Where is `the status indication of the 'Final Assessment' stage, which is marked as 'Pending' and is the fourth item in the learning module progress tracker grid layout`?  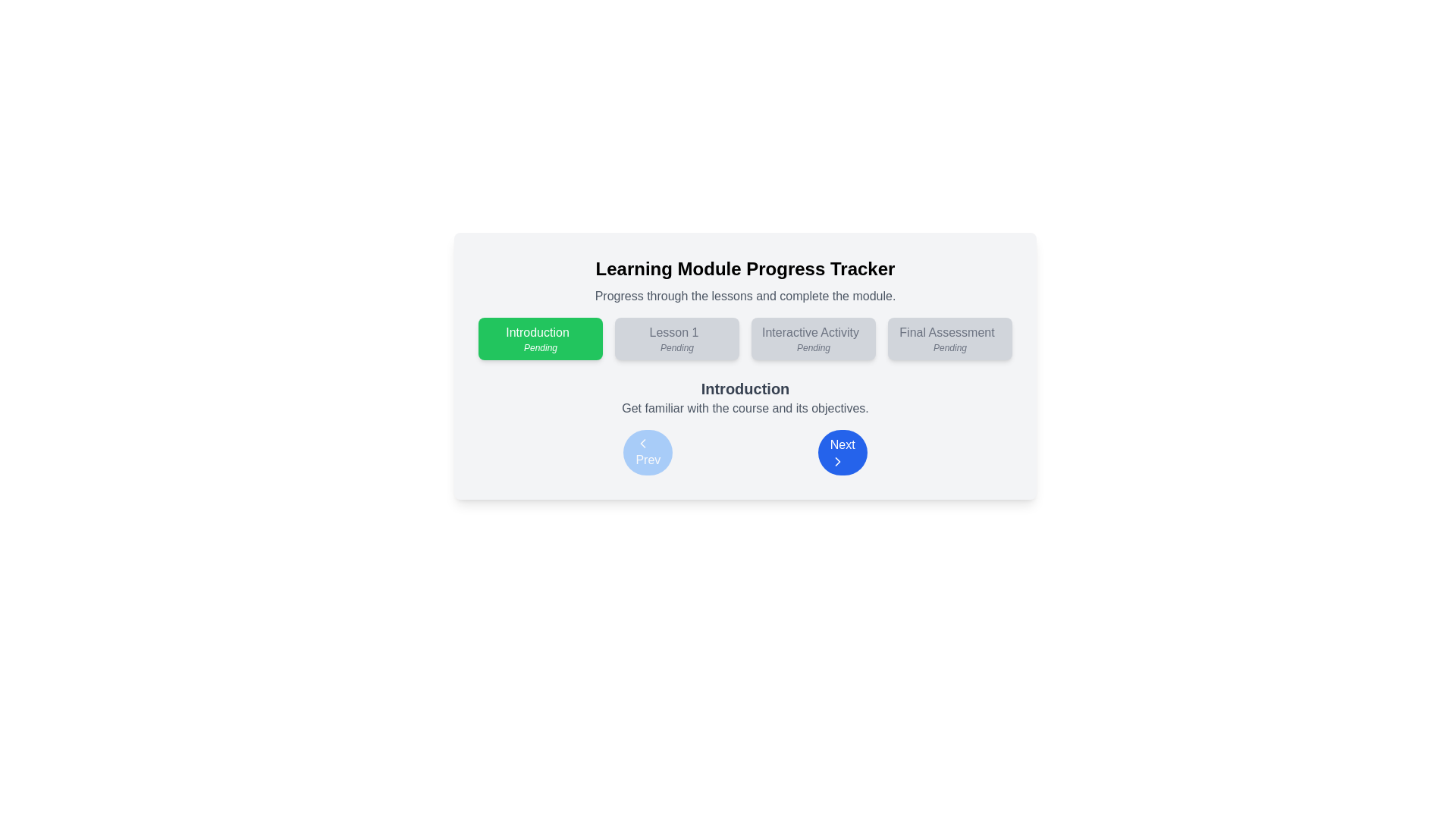 the status indication of the 'Final Assessment' stage, which is marked as 'Pending' and is the fourth item in the learning module progress tracker grid layout is located at coordinates (949, 338).